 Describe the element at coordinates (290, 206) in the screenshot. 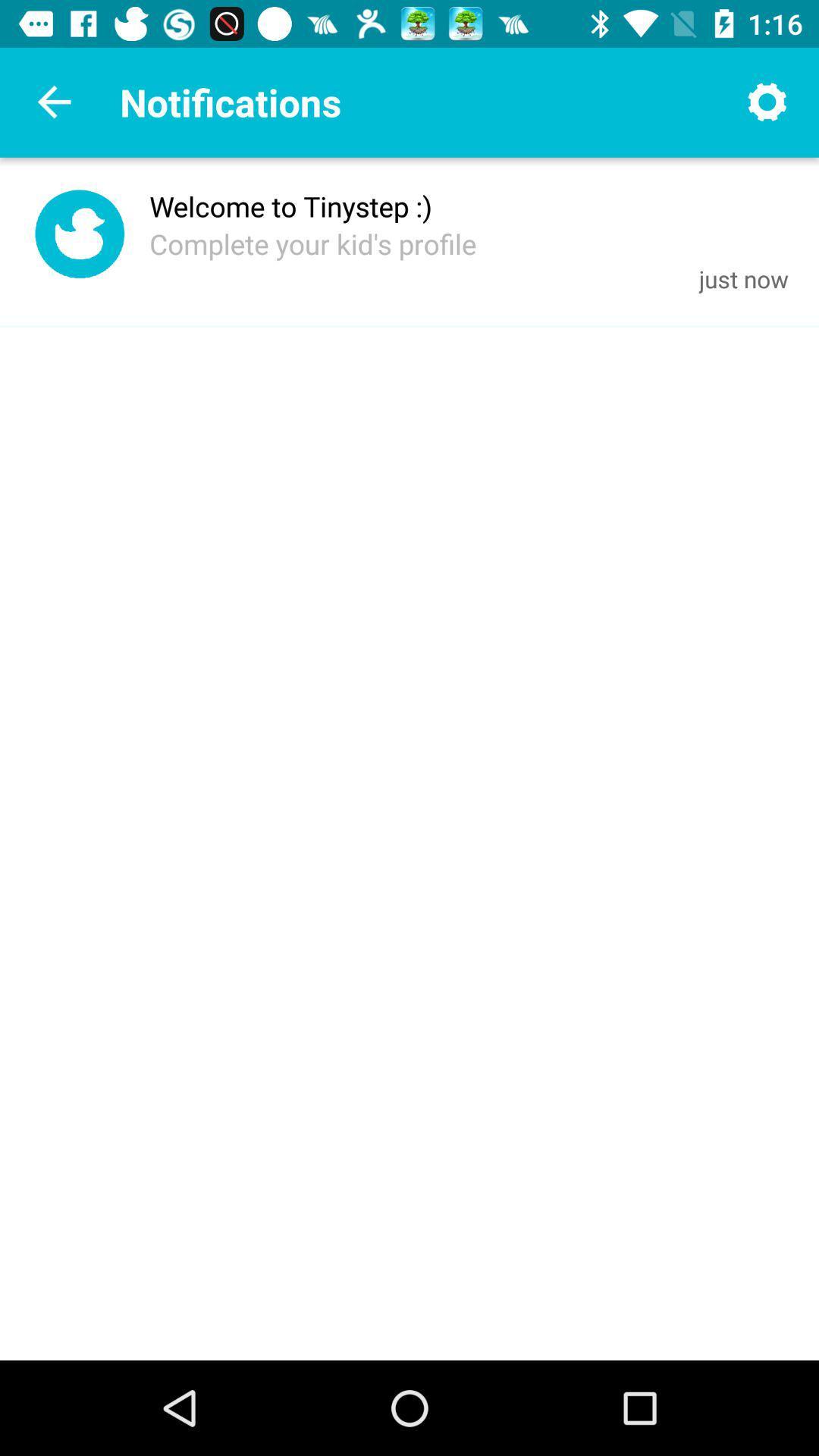

I see `welcome to tinystep :) icon` at that location.